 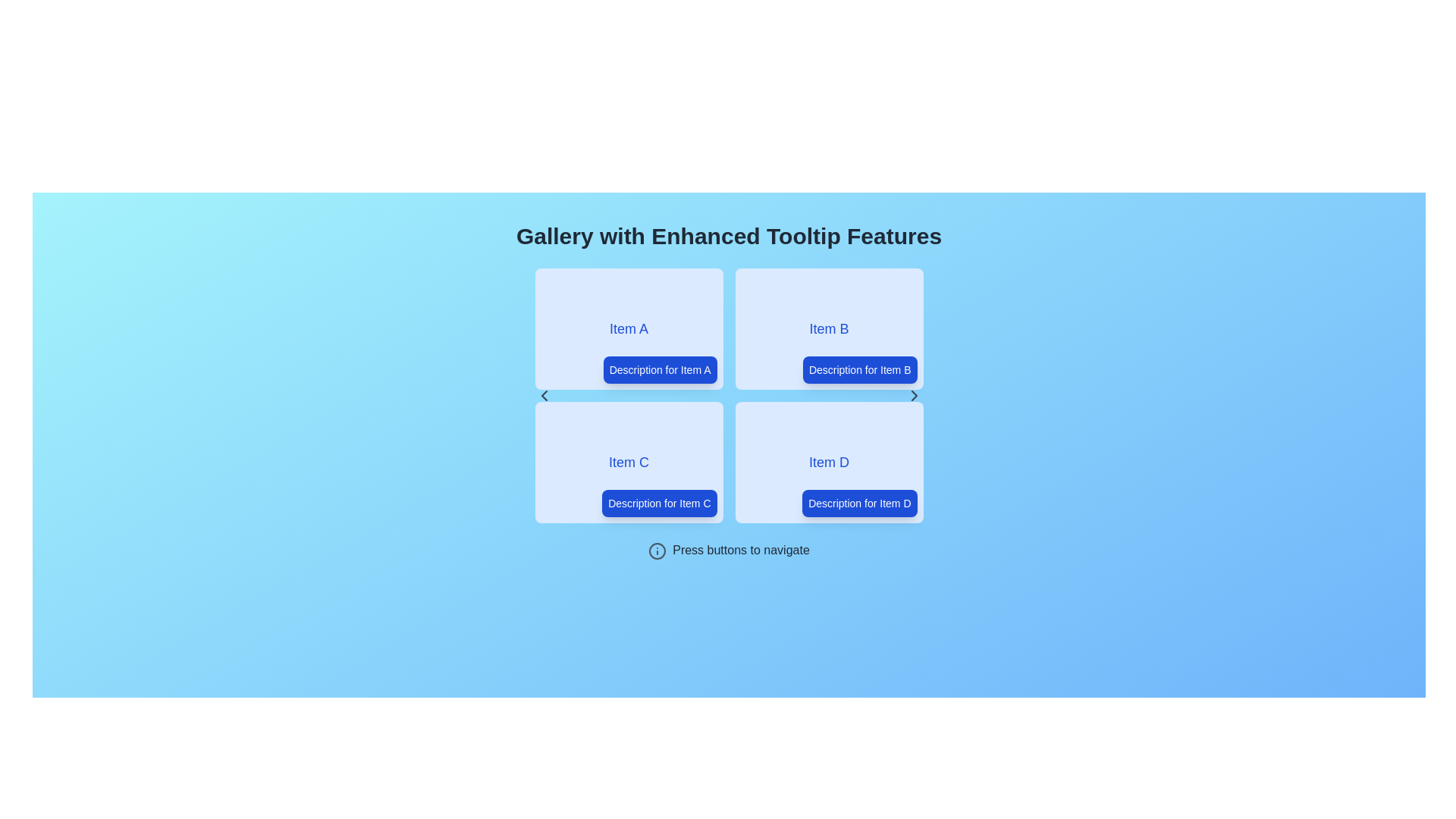 I want to click on the text label that says 'Press buttons to navigate', styled in gray color with a circular icon on its left side, located beneath the grouped items and above the navigational arrows, so click(x=729, y=551).